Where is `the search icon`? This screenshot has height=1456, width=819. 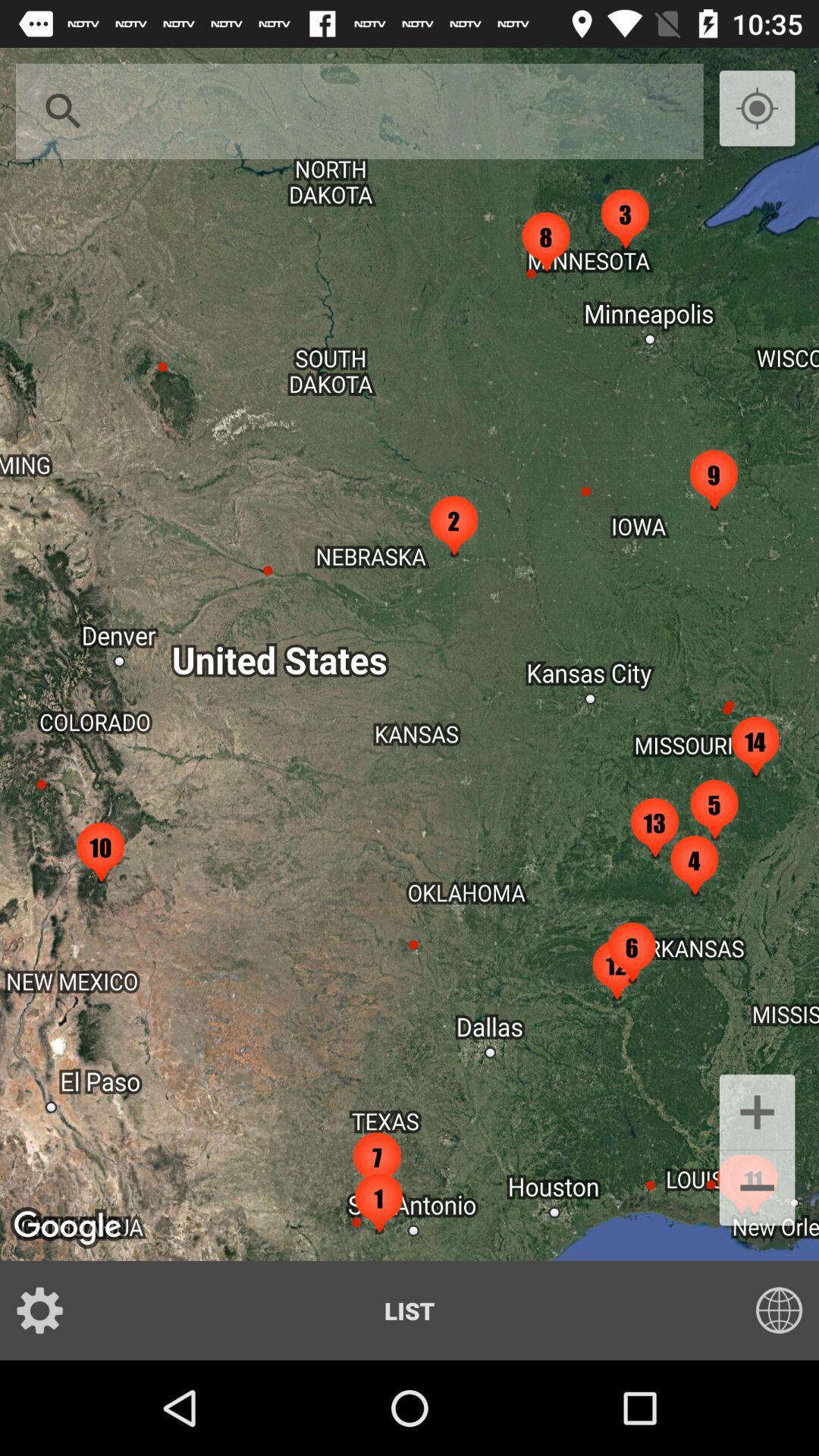 the search icon is located at coordinates (63, 111).